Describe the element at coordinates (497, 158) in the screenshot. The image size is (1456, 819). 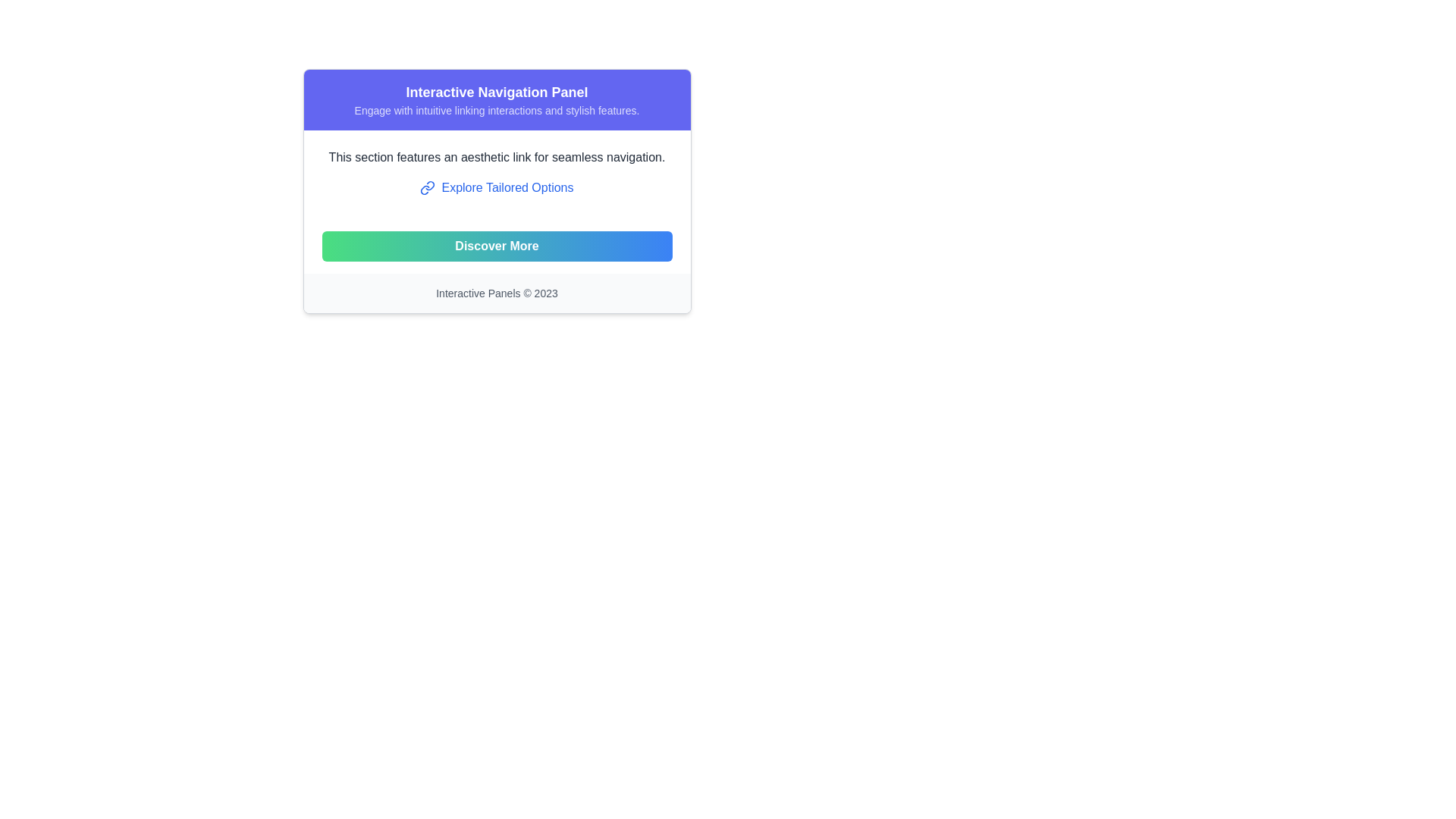
I see `the static text block that reads 'This section features an aesthetic link for seamless navigation.', which is styled in gray and is positioned above the interactive link component 'Explore Tailored Options'` at that location.